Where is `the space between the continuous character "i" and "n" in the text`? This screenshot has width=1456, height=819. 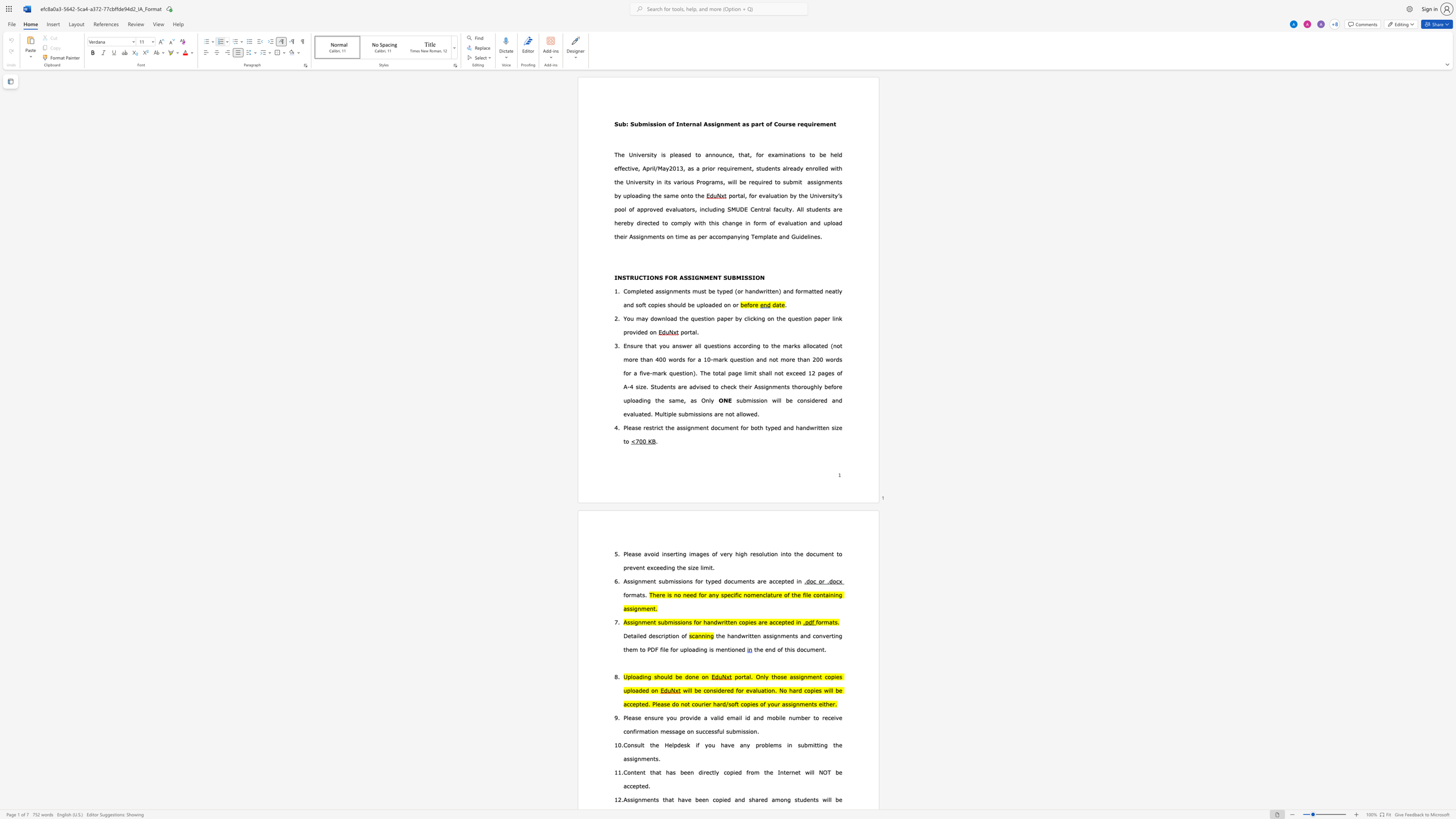
the space between the continuous character "i" and "n" in the text is located at coordinates (669, 567).